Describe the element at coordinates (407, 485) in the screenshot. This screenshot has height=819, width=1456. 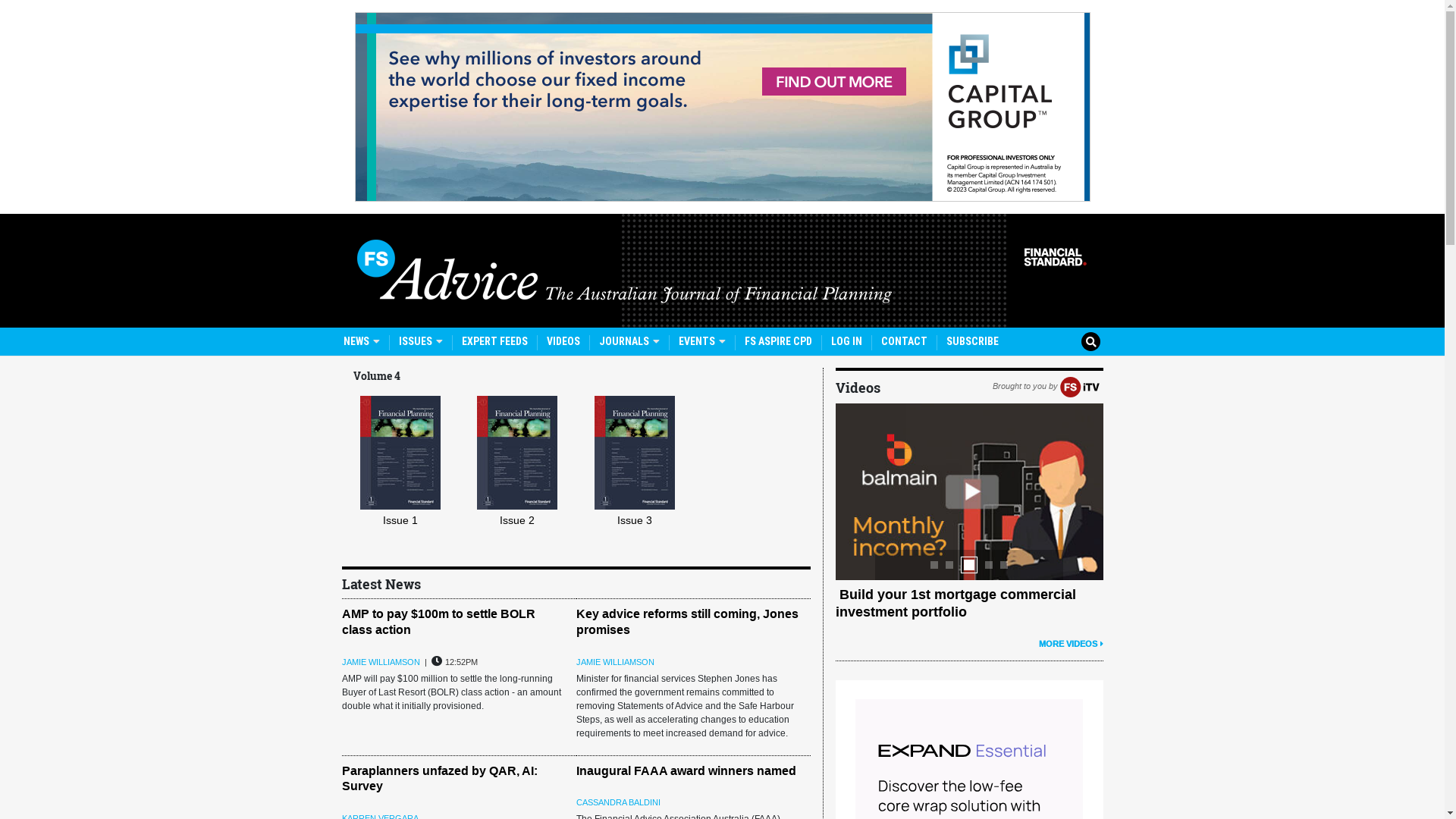
I see `'Issue 1'` at that location.